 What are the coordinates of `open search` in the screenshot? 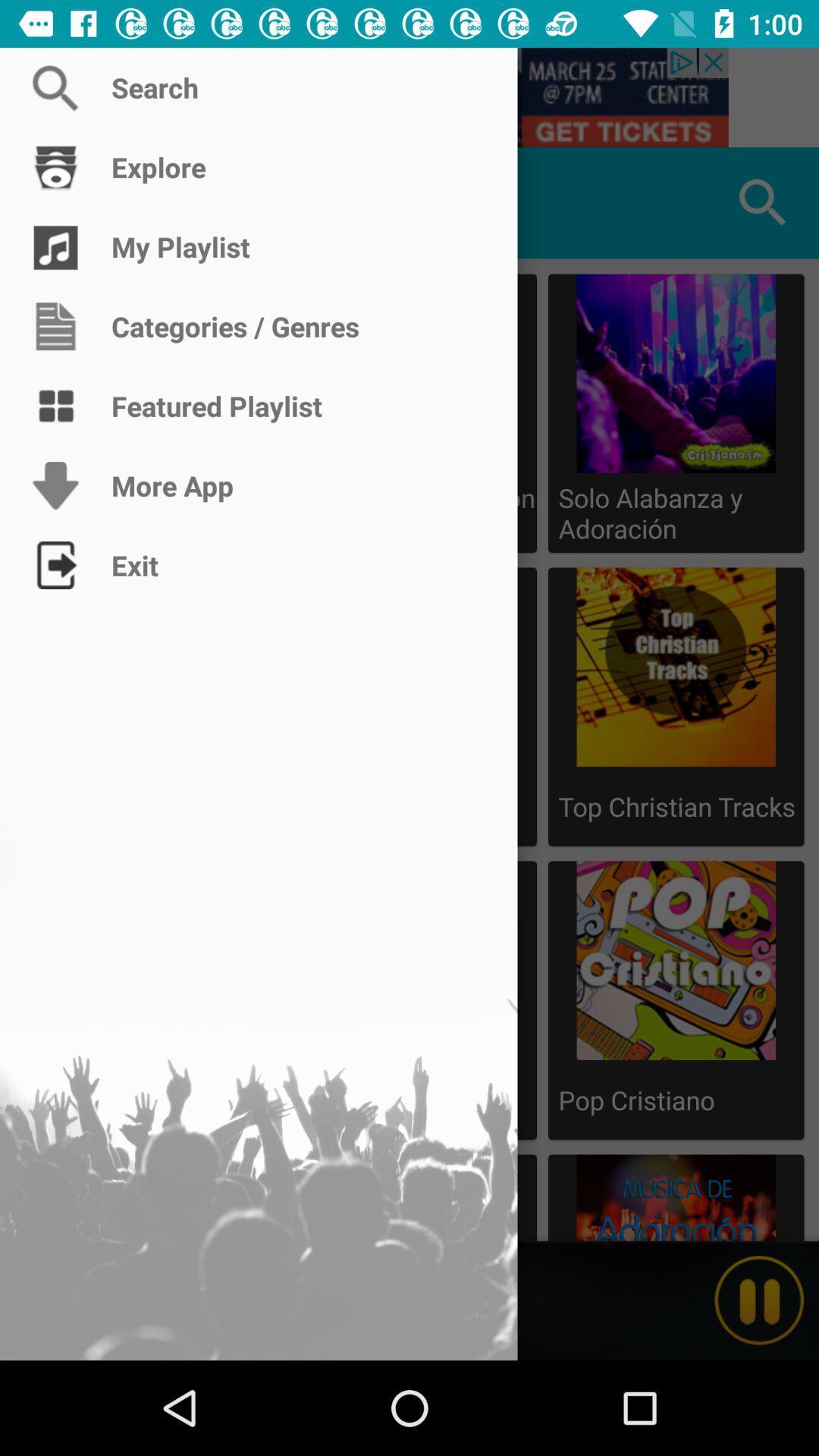 It's located at (409, 96).